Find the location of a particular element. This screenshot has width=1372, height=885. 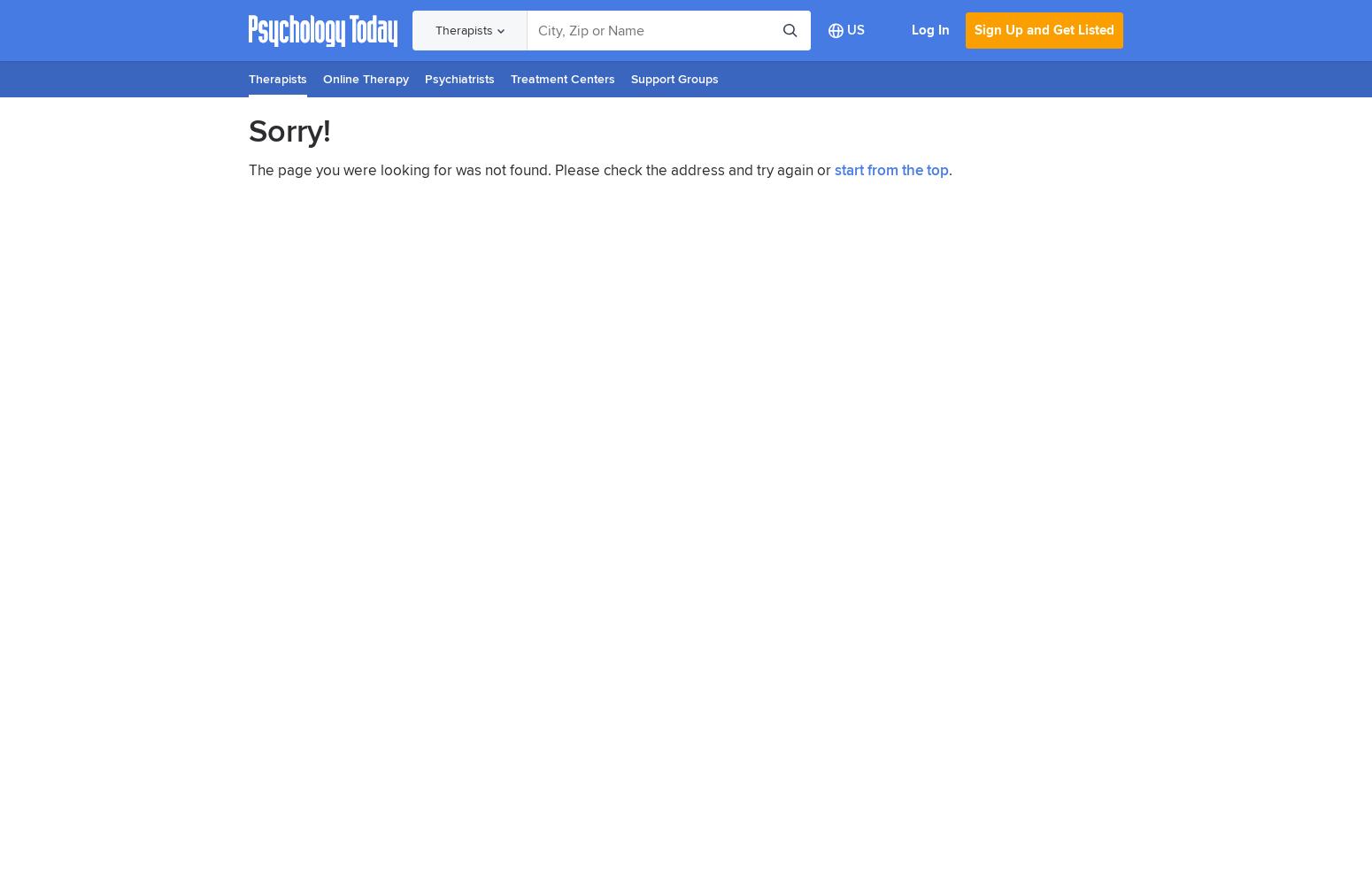

'Online Therapy' is located at coordinates (366, 78).